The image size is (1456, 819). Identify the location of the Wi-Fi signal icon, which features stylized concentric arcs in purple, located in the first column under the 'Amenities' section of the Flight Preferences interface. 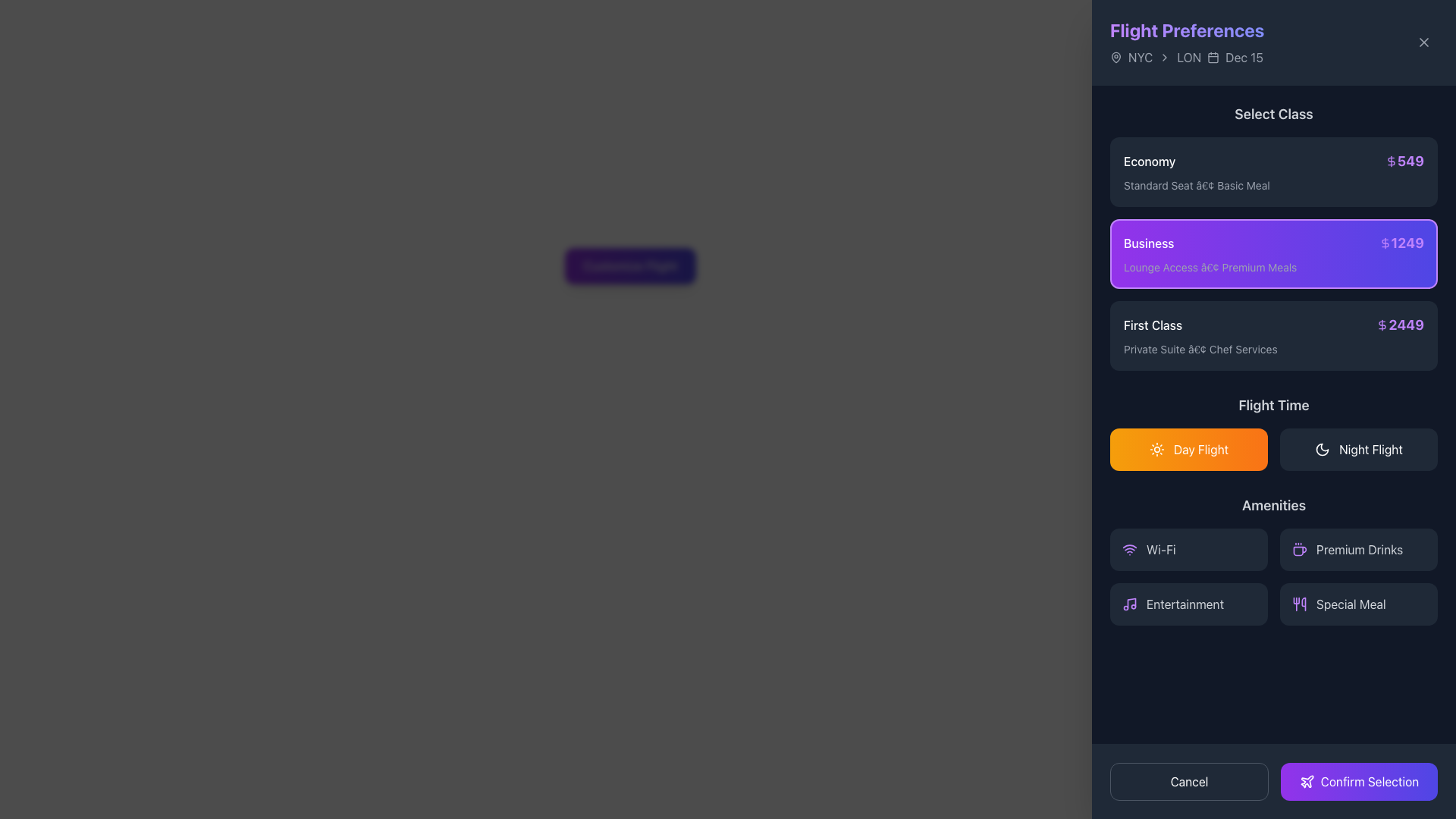
(1129, 550).